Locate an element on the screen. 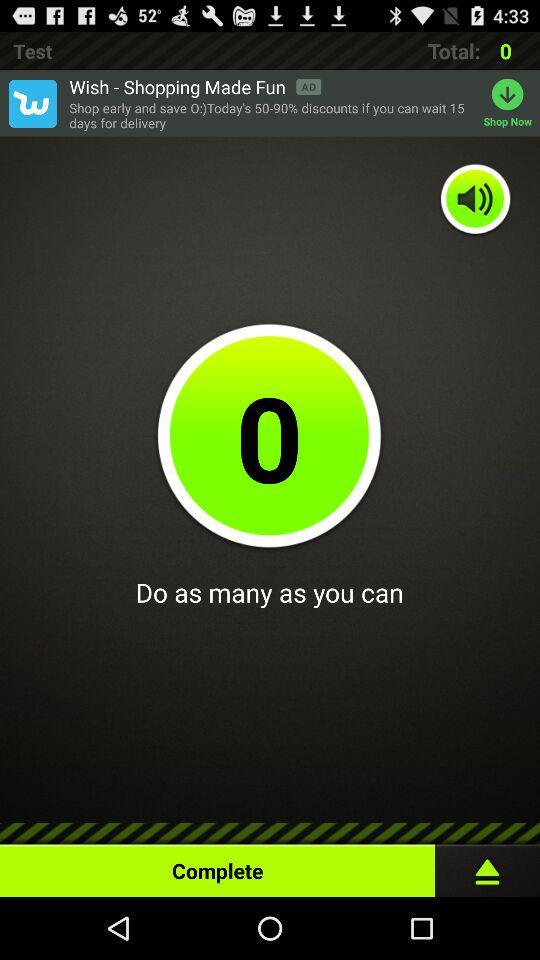 The image size is (540, 960). increase volume is located at coordinates (475, 200).